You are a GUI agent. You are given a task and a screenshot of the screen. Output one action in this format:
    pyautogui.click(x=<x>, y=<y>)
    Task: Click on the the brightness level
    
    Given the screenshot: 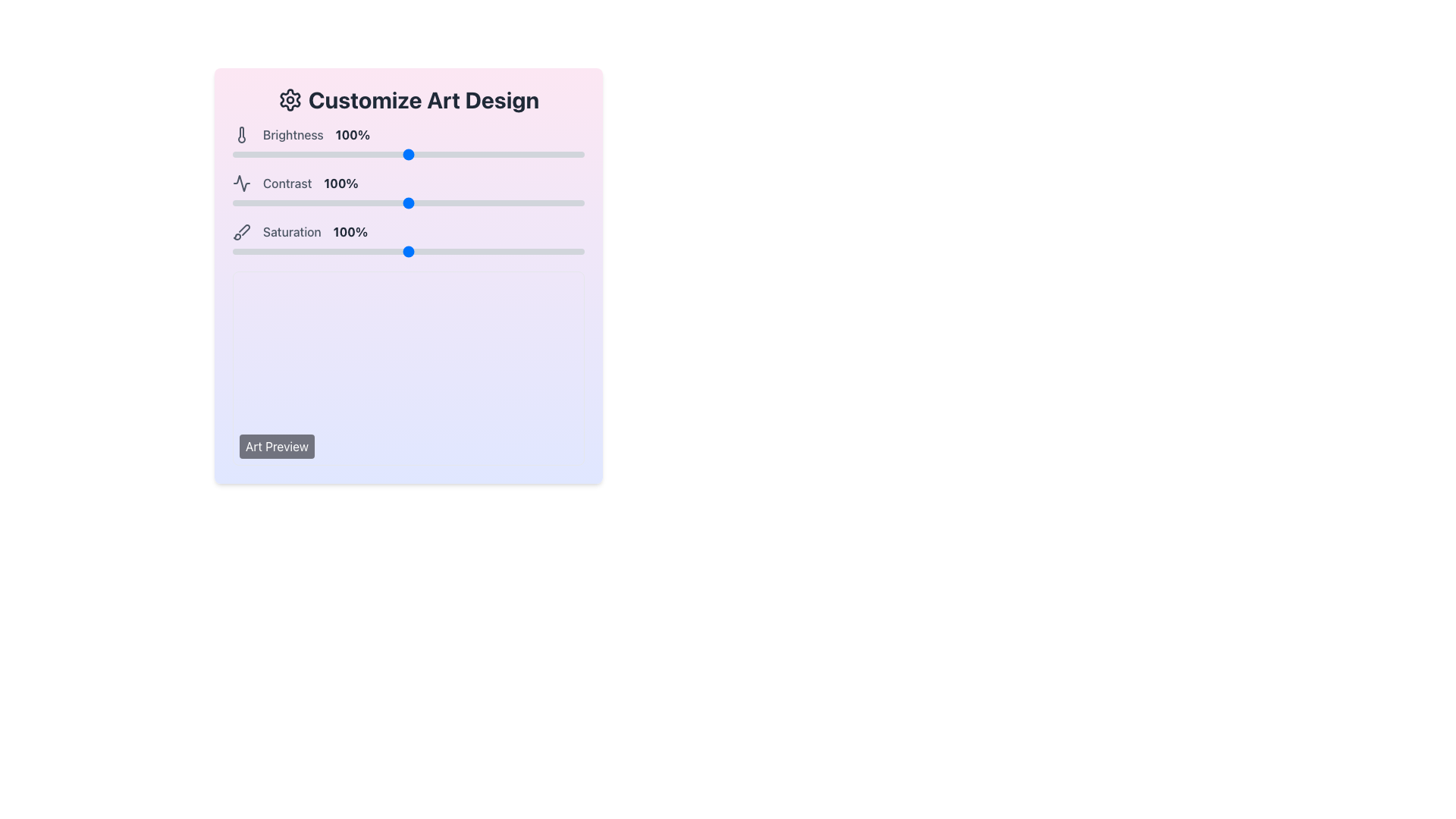 What is the action you would take?
    pyautogui.click(x=489, y=155)
    